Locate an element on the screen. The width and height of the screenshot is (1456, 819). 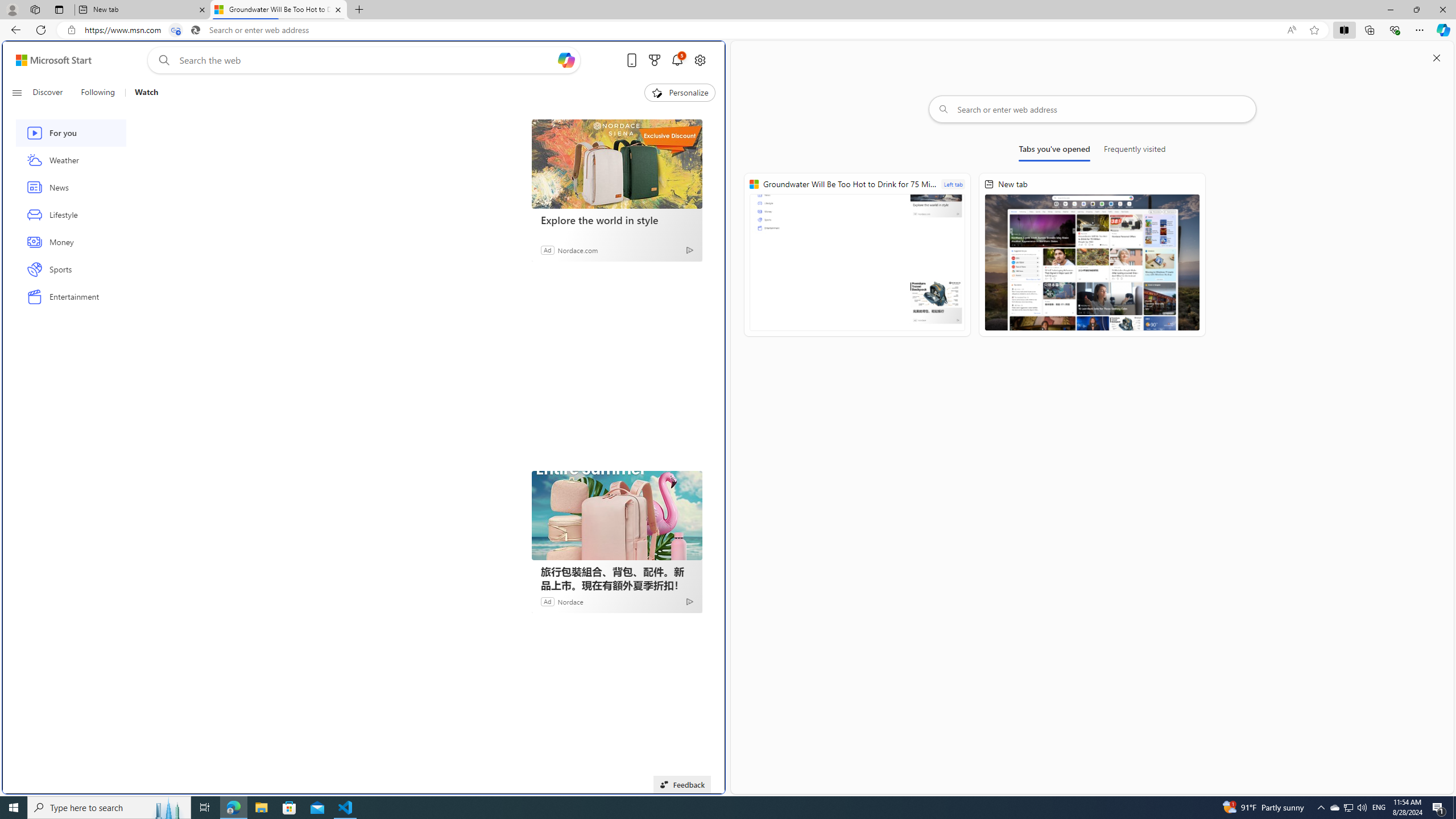
'New Tab' is located at coordinates (359, 9).